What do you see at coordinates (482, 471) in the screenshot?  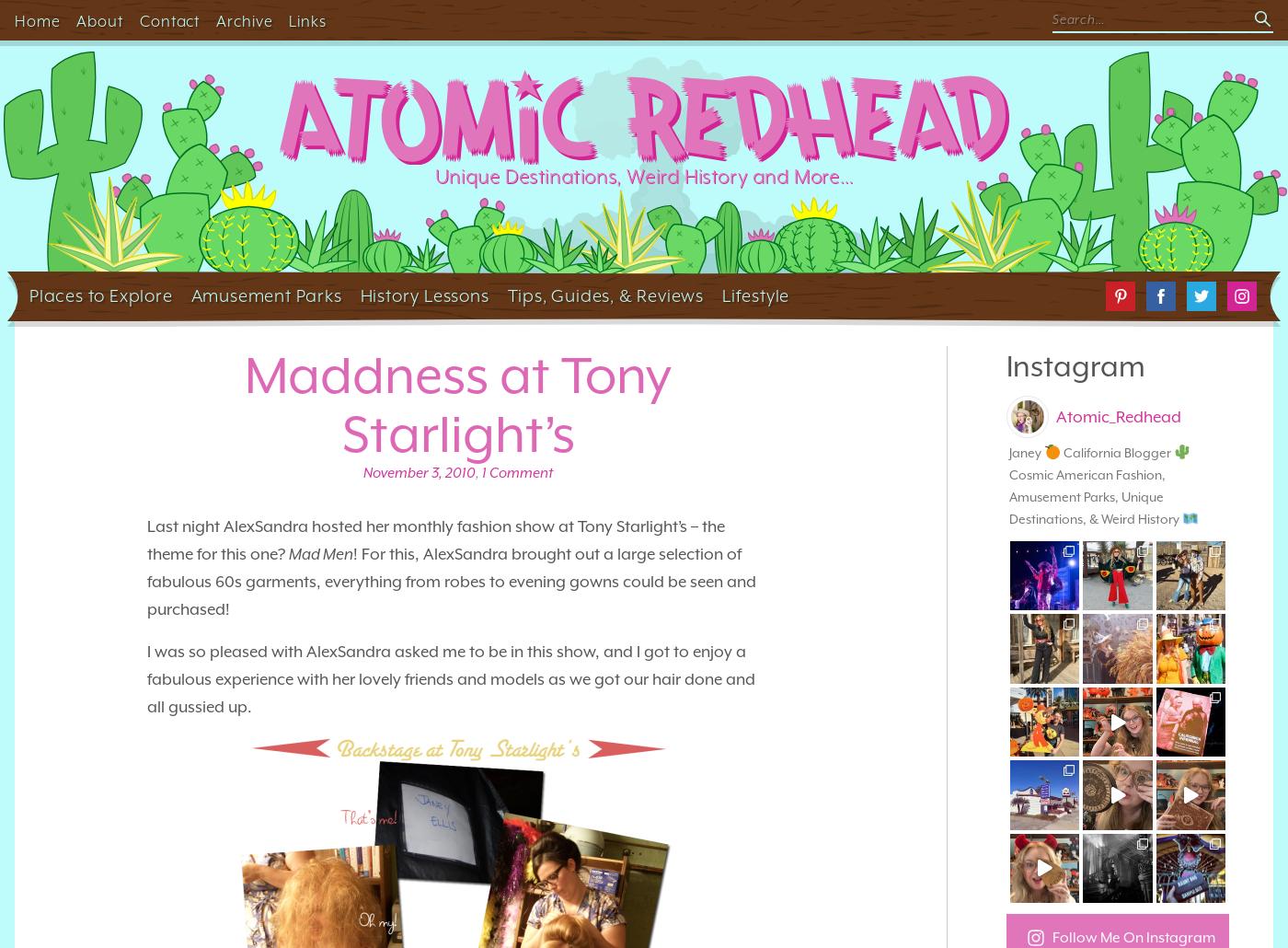 I see `'1 Comment'` at bounding box center [482, 471].